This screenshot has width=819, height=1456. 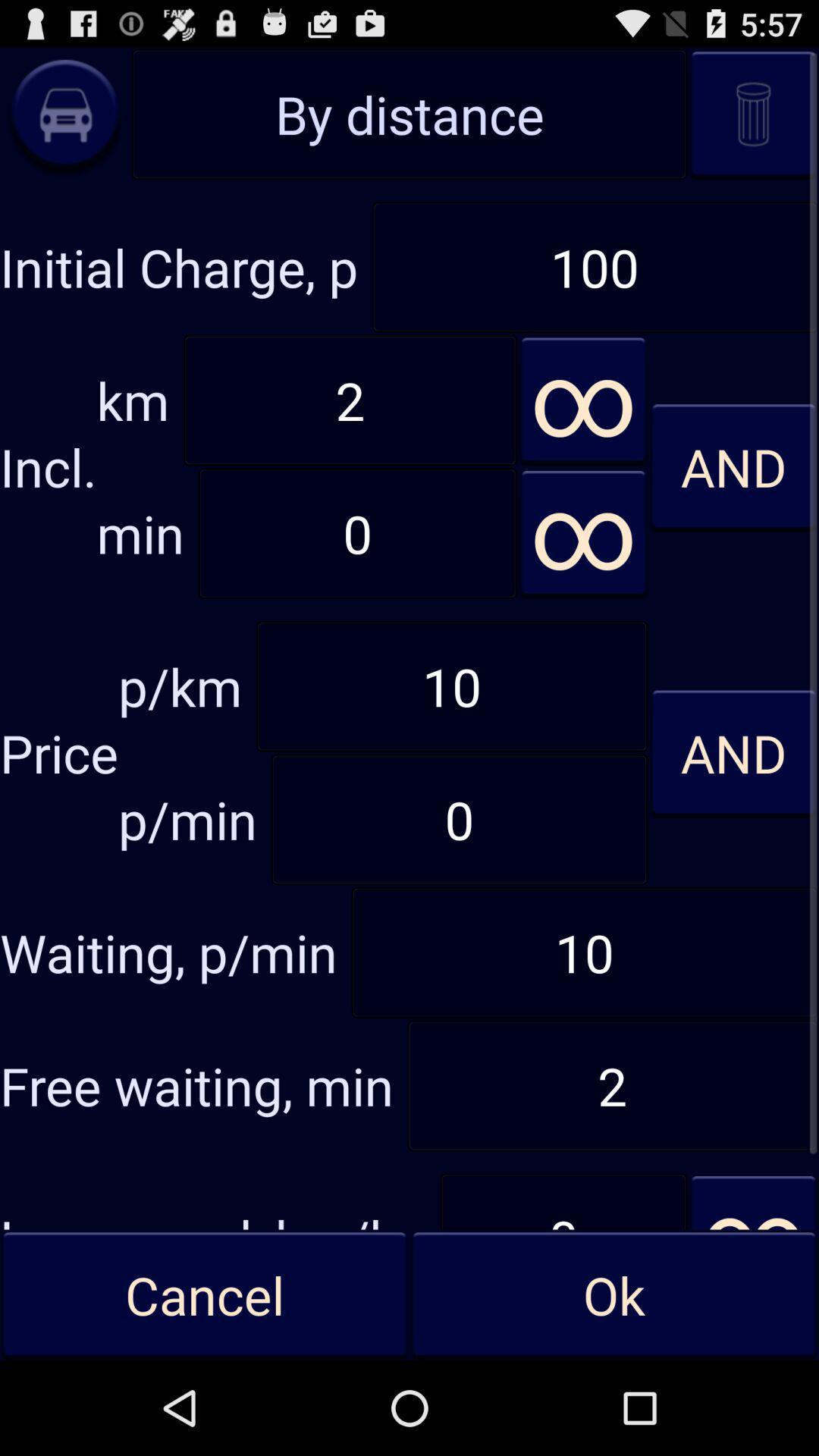 What do you see at coordinates (64, 122) in the screenshot?
I see `the chat icon` at bounding box center [64, 122].